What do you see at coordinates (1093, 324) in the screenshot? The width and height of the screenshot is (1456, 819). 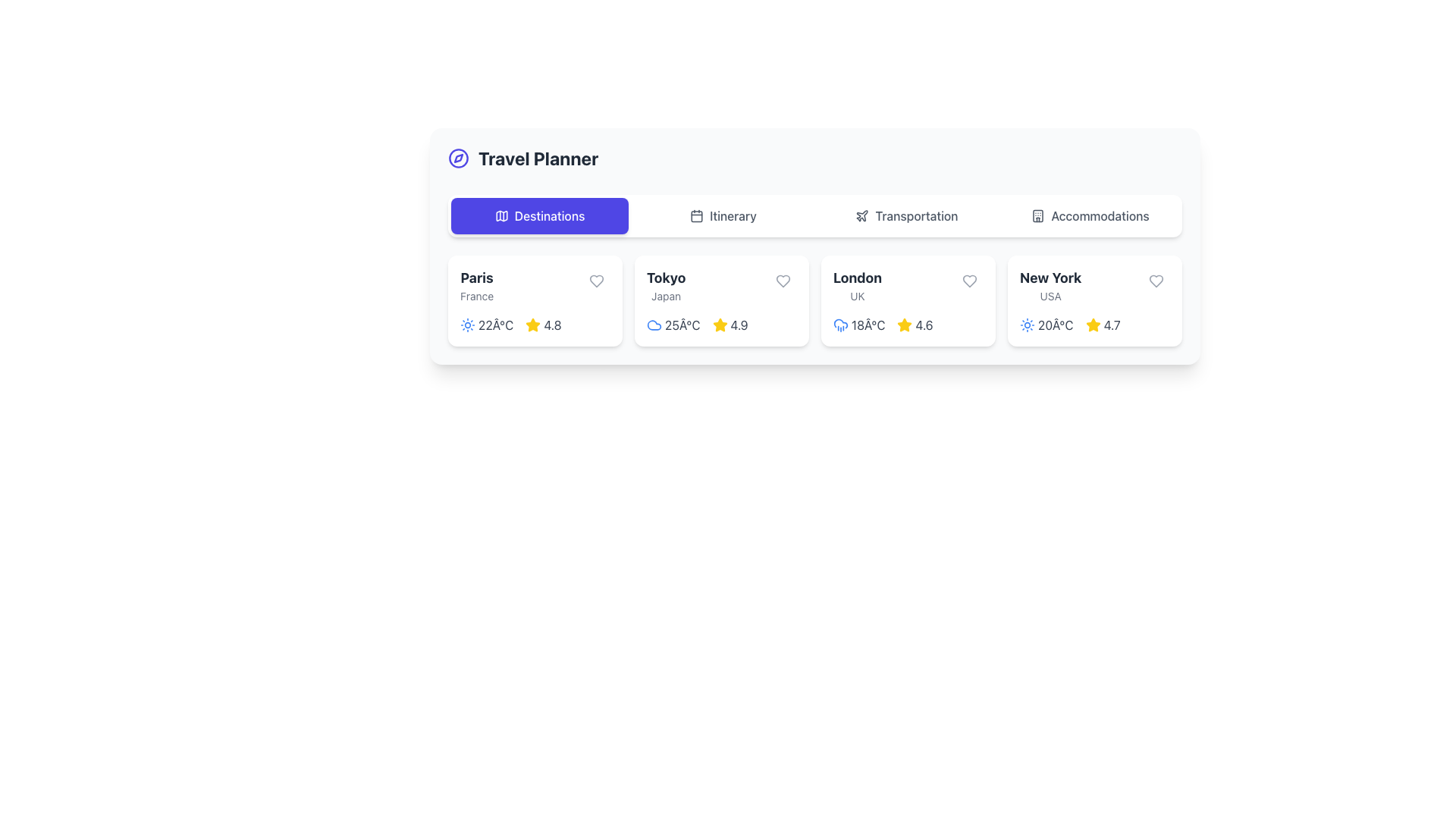 I see `the rating icon representing a score of '4.7' located to the right of the '20°C' text and weather icon within the New York, USA card` at bounding box center [1093, 324].